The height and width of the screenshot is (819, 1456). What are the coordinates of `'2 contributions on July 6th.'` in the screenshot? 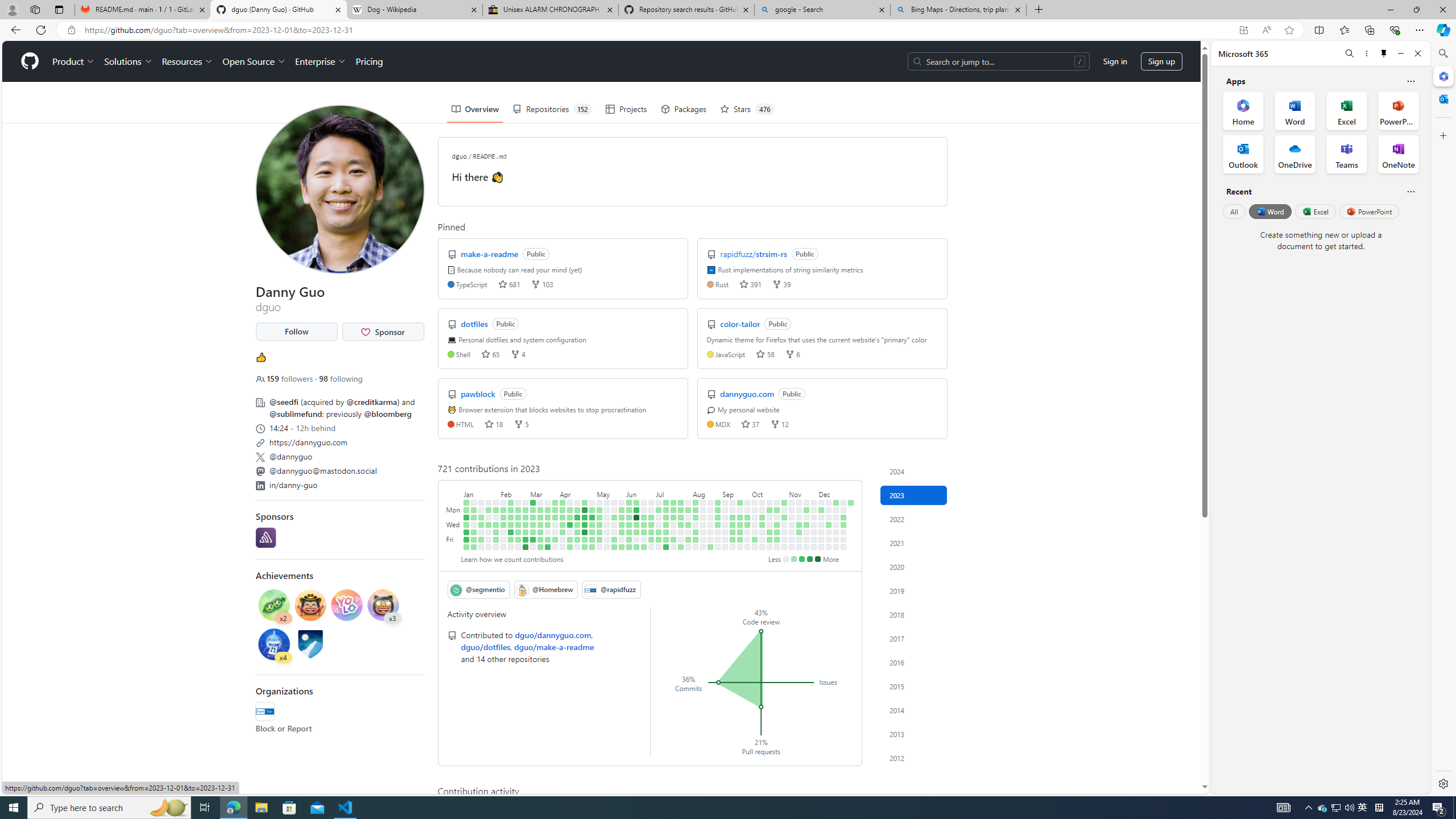 It's located at (658, 531).